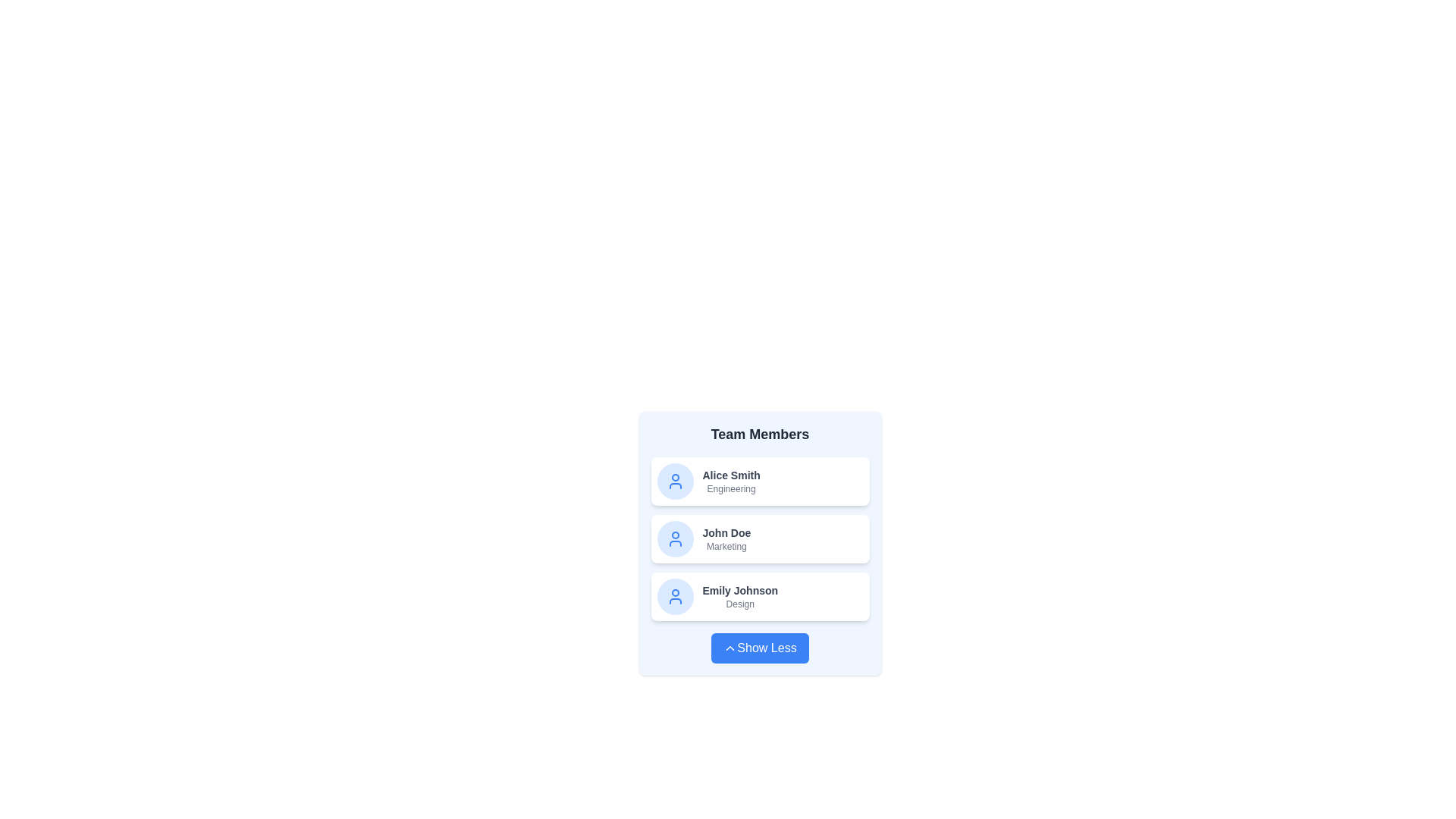 Image resolution: width=1456 pixels, height=819 pixels. What do you see at coordinates (726, 532) in the screenshot?
I see `text from the Text Label displaying 'John Doe' located in the second row of the 'Team Members' list, which is in bold dark gray font` at bounding box center [726, 532].